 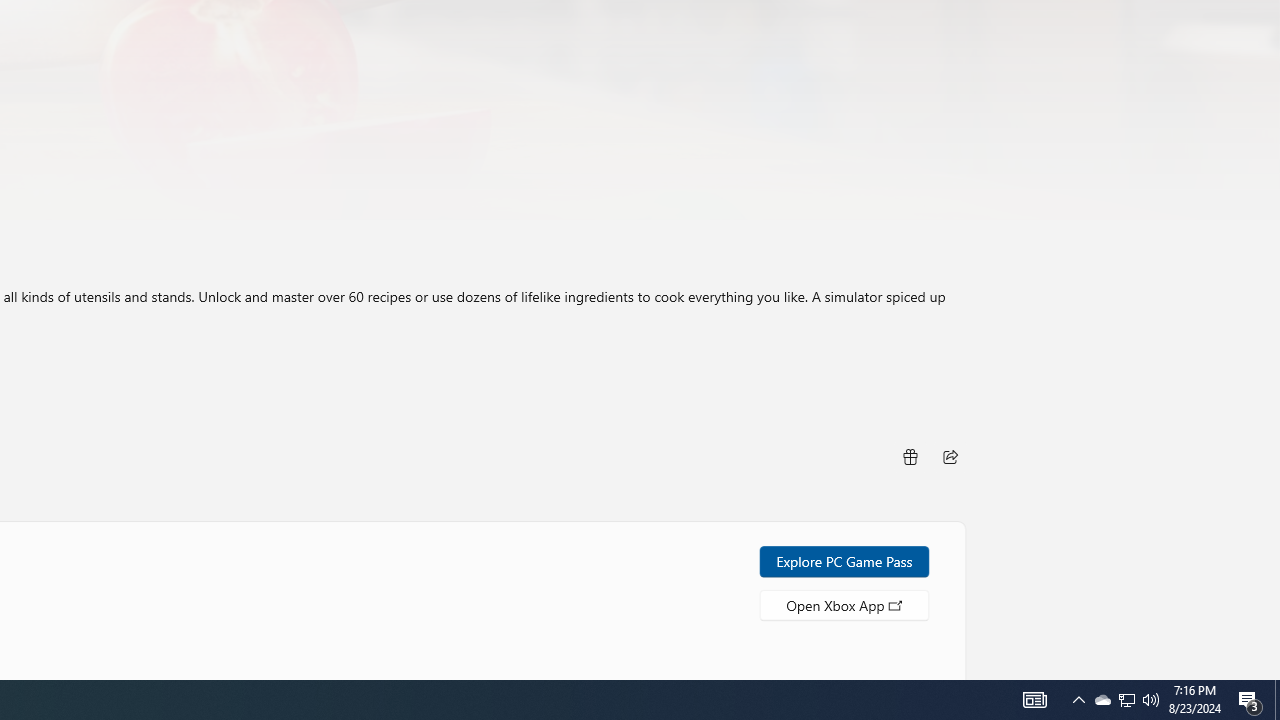 I want to click on 'Open Xbox App', so click(x=844, y=603).